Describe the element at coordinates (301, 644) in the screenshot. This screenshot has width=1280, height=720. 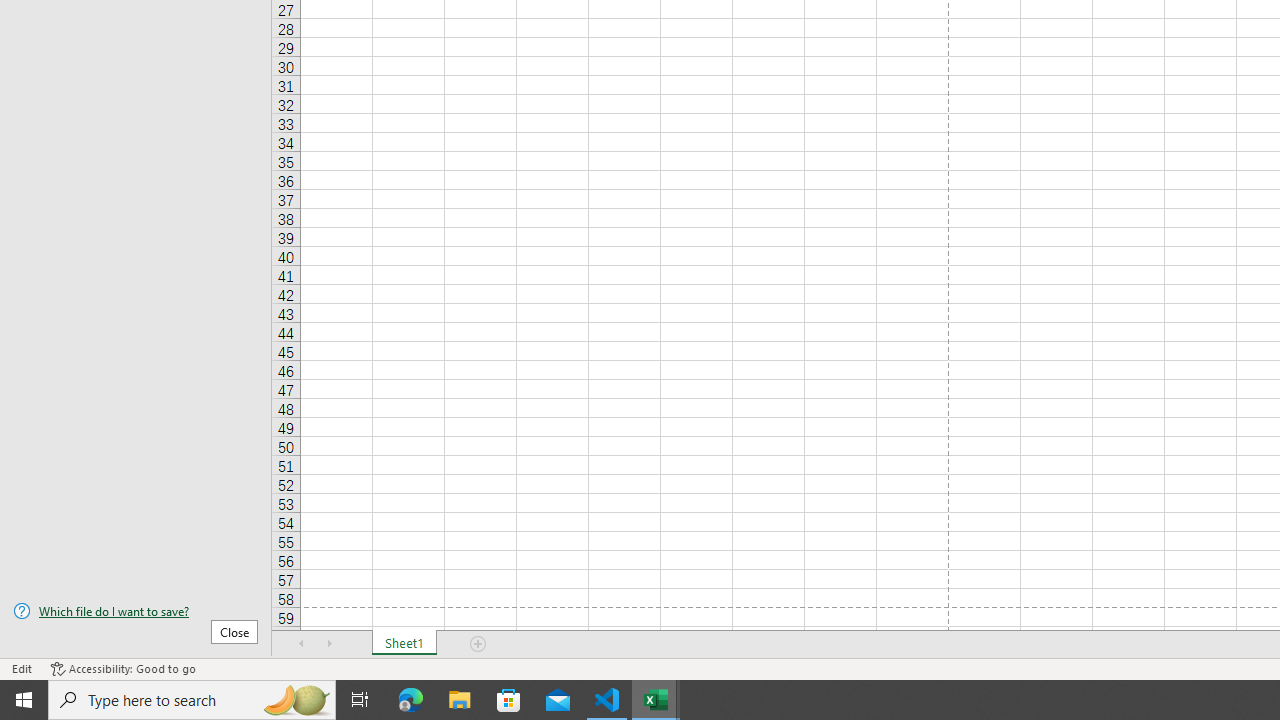
I see `'Scroll Left'` at that location.